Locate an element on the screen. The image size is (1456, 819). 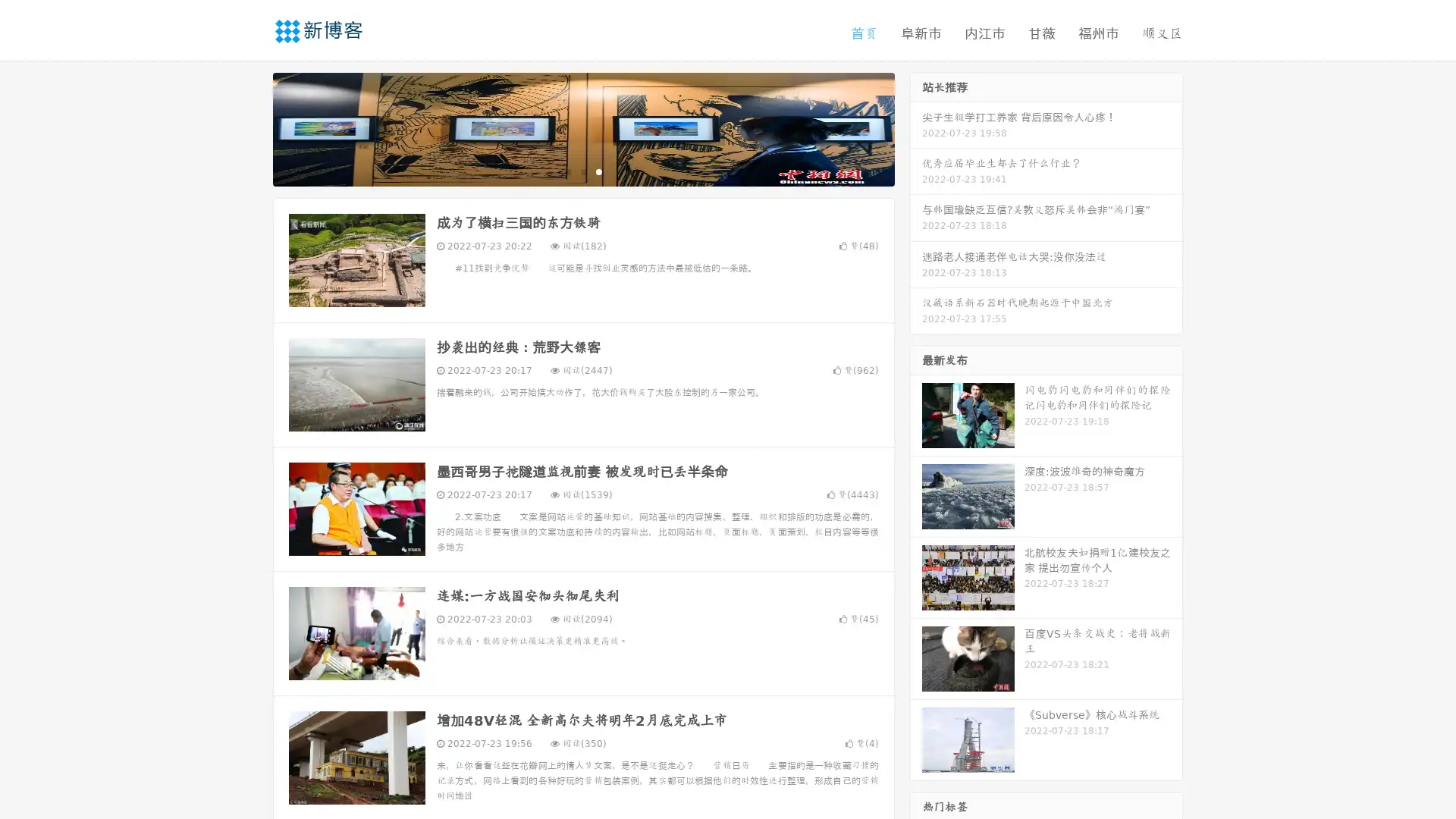
Go to slide 3 is located at coordinates (598, 171).